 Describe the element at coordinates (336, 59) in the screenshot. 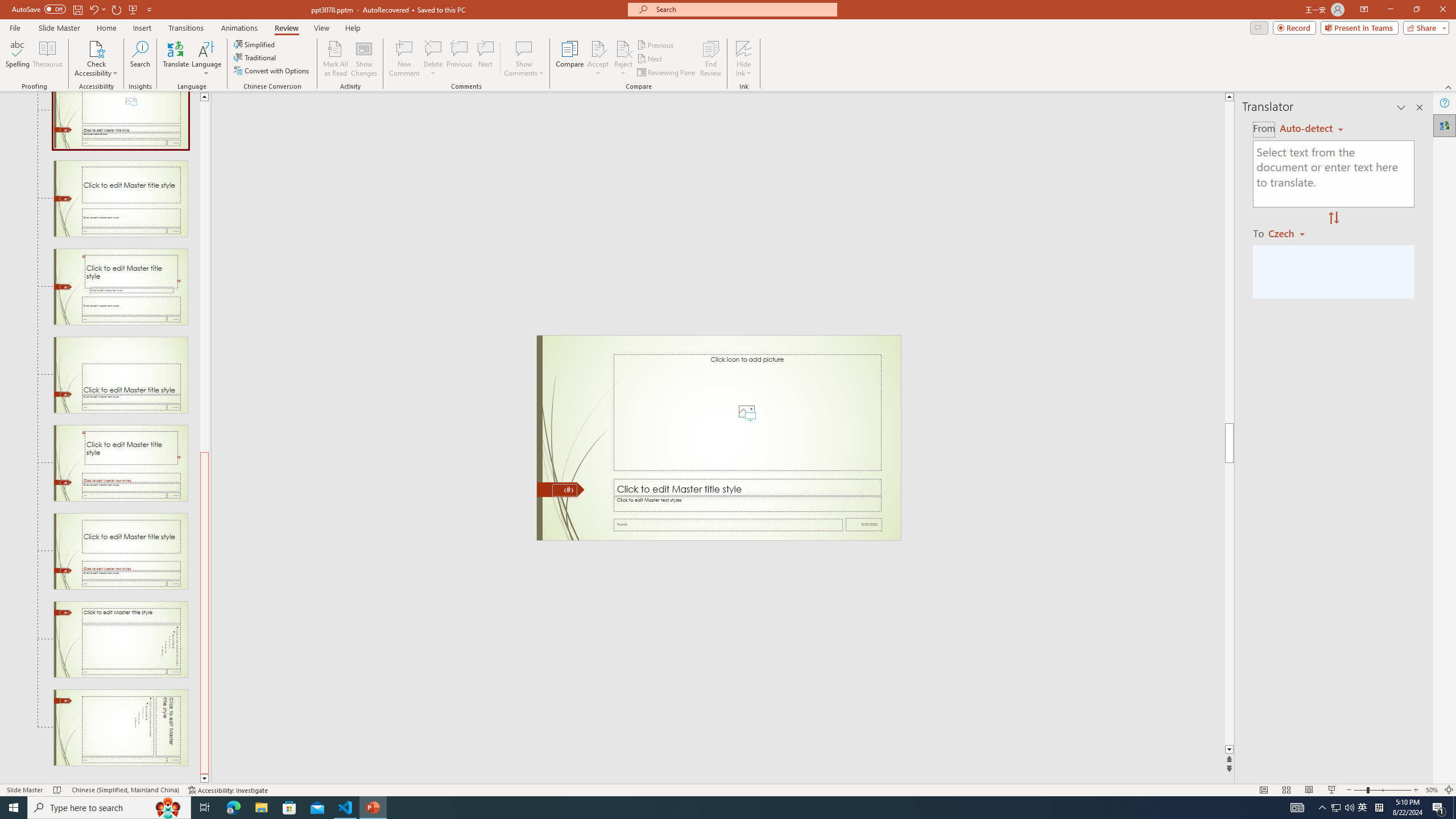

I see `'Mark All as Read'` at that location.